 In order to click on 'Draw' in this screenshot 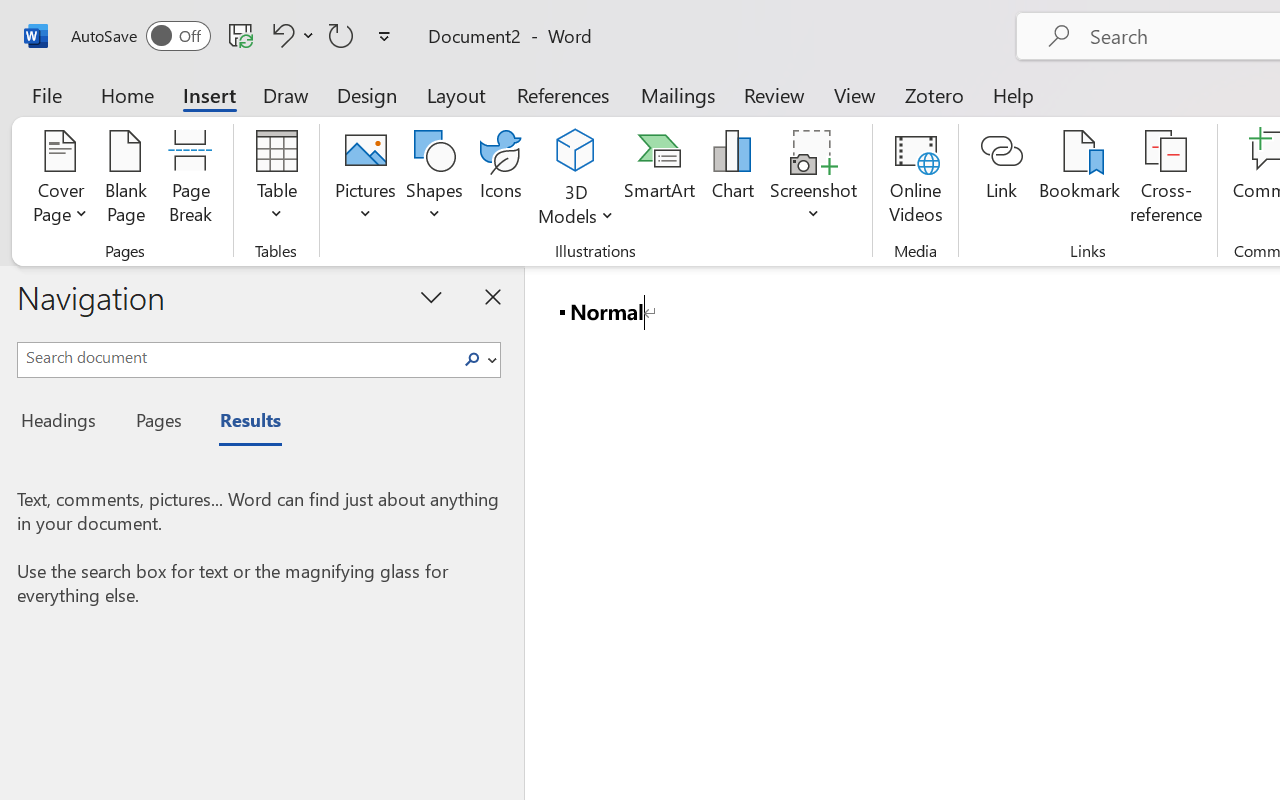, I will do `click(285, 94)`.